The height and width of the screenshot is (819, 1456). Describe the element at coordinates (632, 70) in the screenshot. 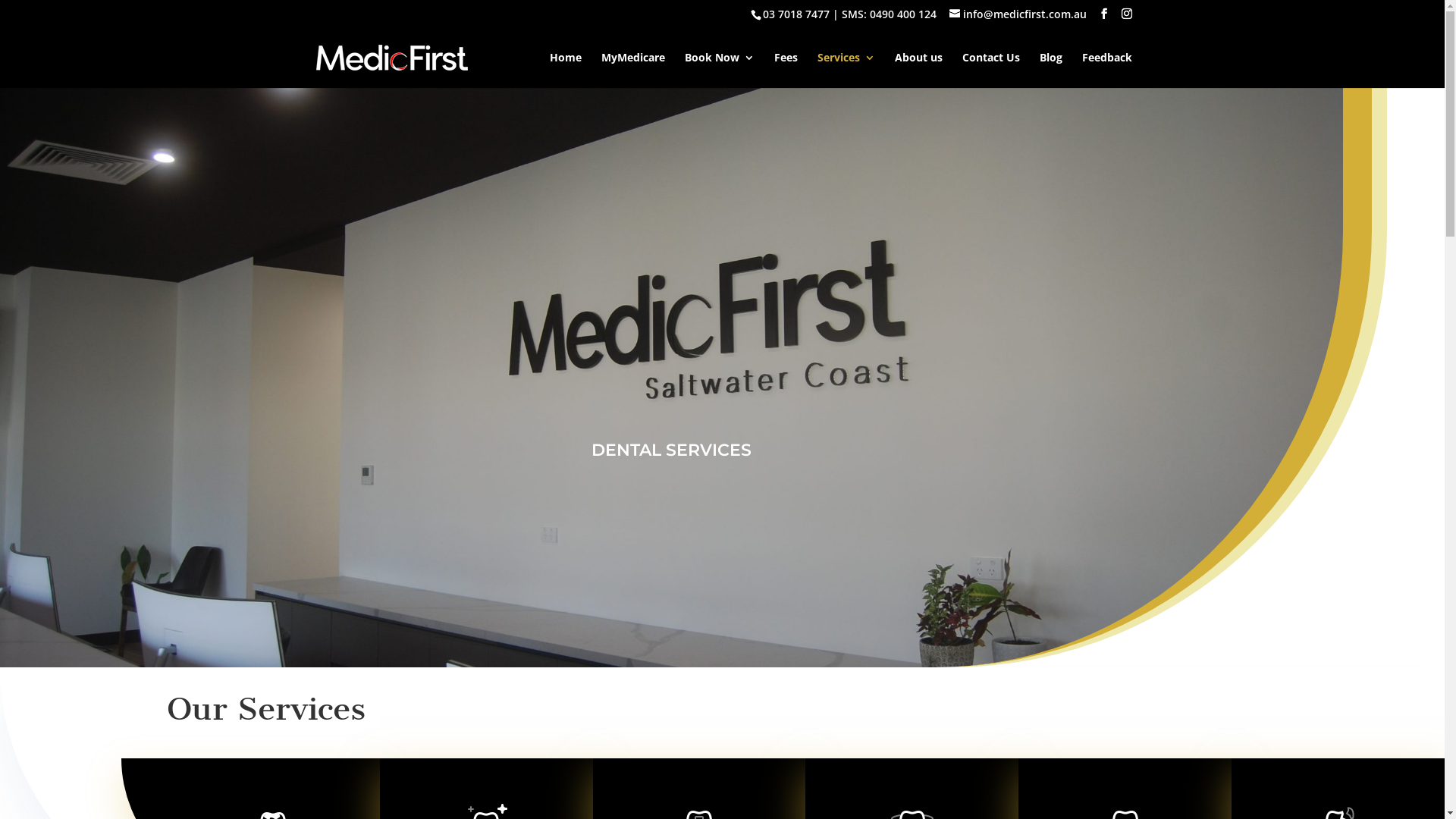

I see `'MyMedicare'` at that location.